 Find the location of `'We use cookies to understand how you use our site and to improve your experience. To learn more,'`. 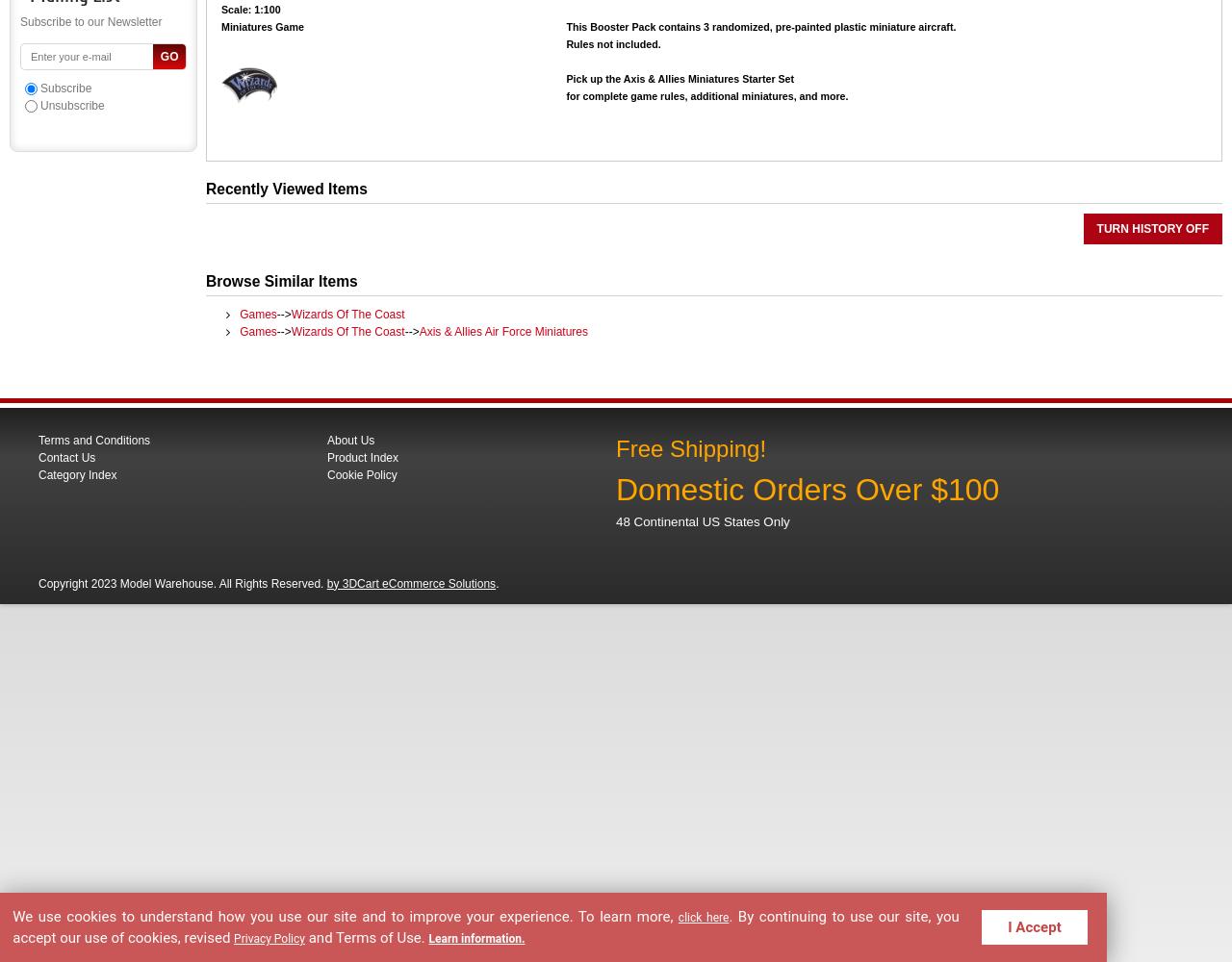

'We use cookies to understand how you use our site and to improve your experience. To learn more,' is located at coordinates (346, 914).